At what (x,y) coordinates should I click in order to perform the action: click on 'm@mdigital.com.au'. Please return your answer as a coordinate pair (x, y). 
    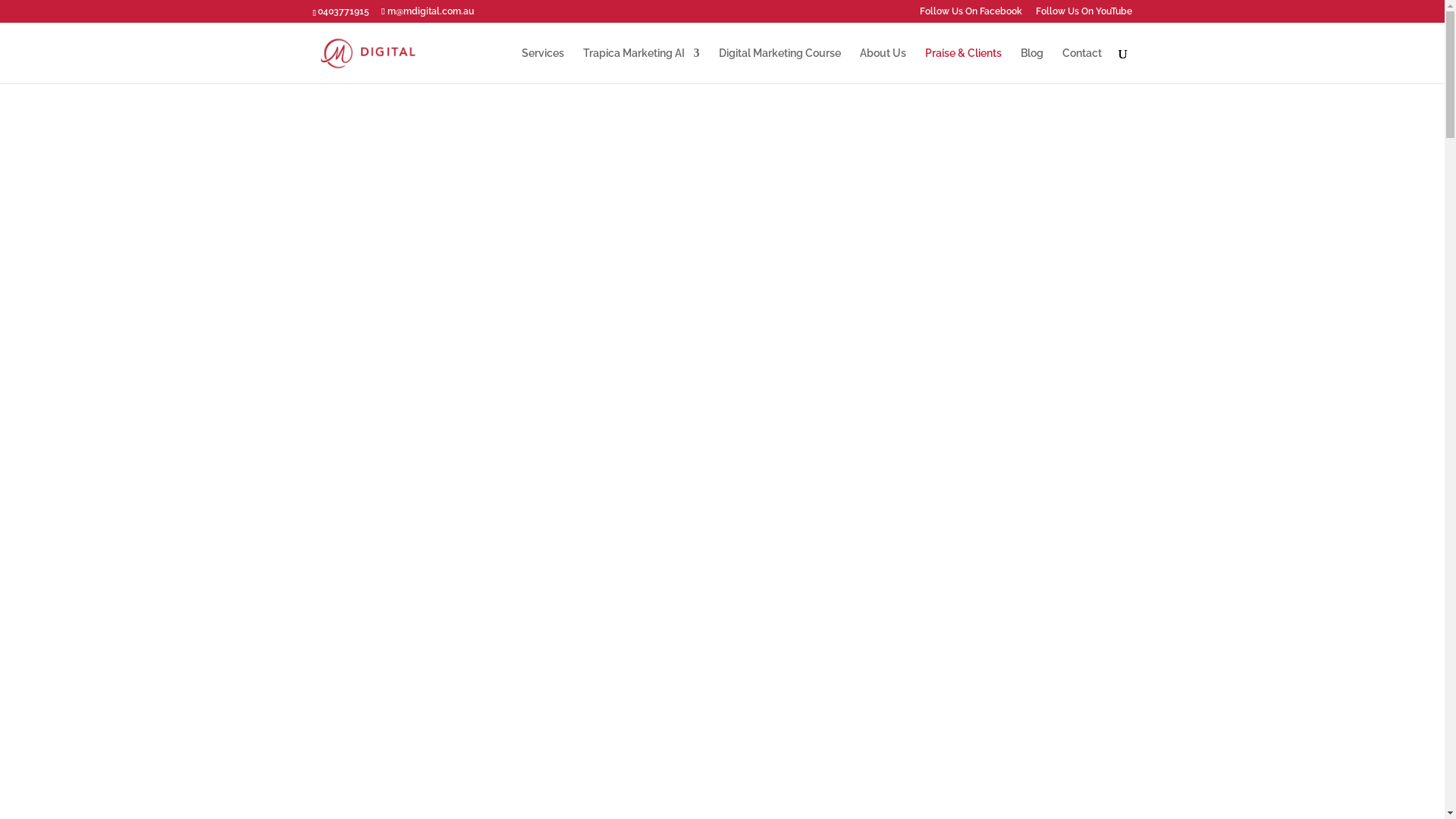
    Looking at the image, I should click on (426, 11).